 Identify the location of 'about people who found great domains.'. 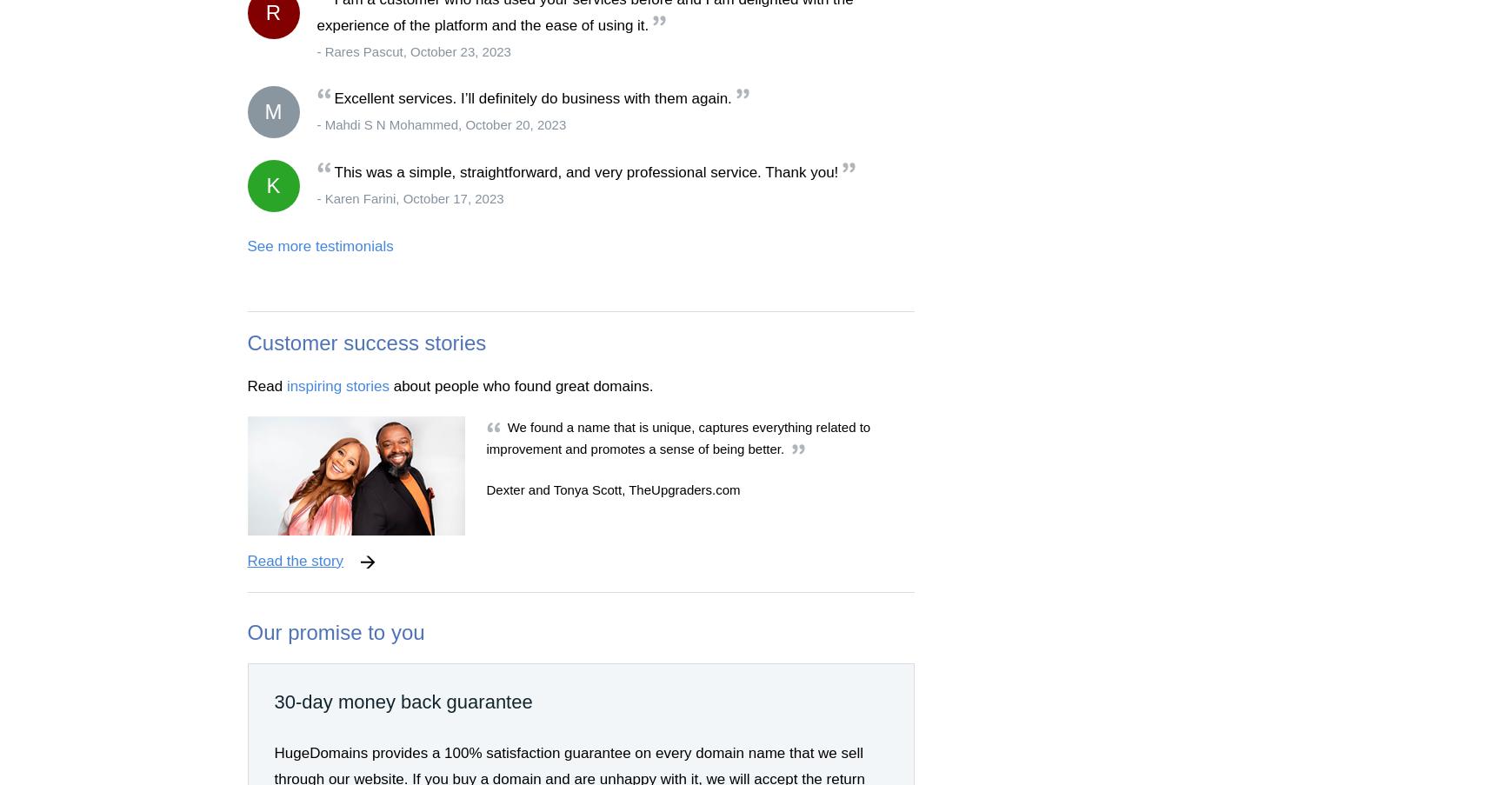
(520, 384).